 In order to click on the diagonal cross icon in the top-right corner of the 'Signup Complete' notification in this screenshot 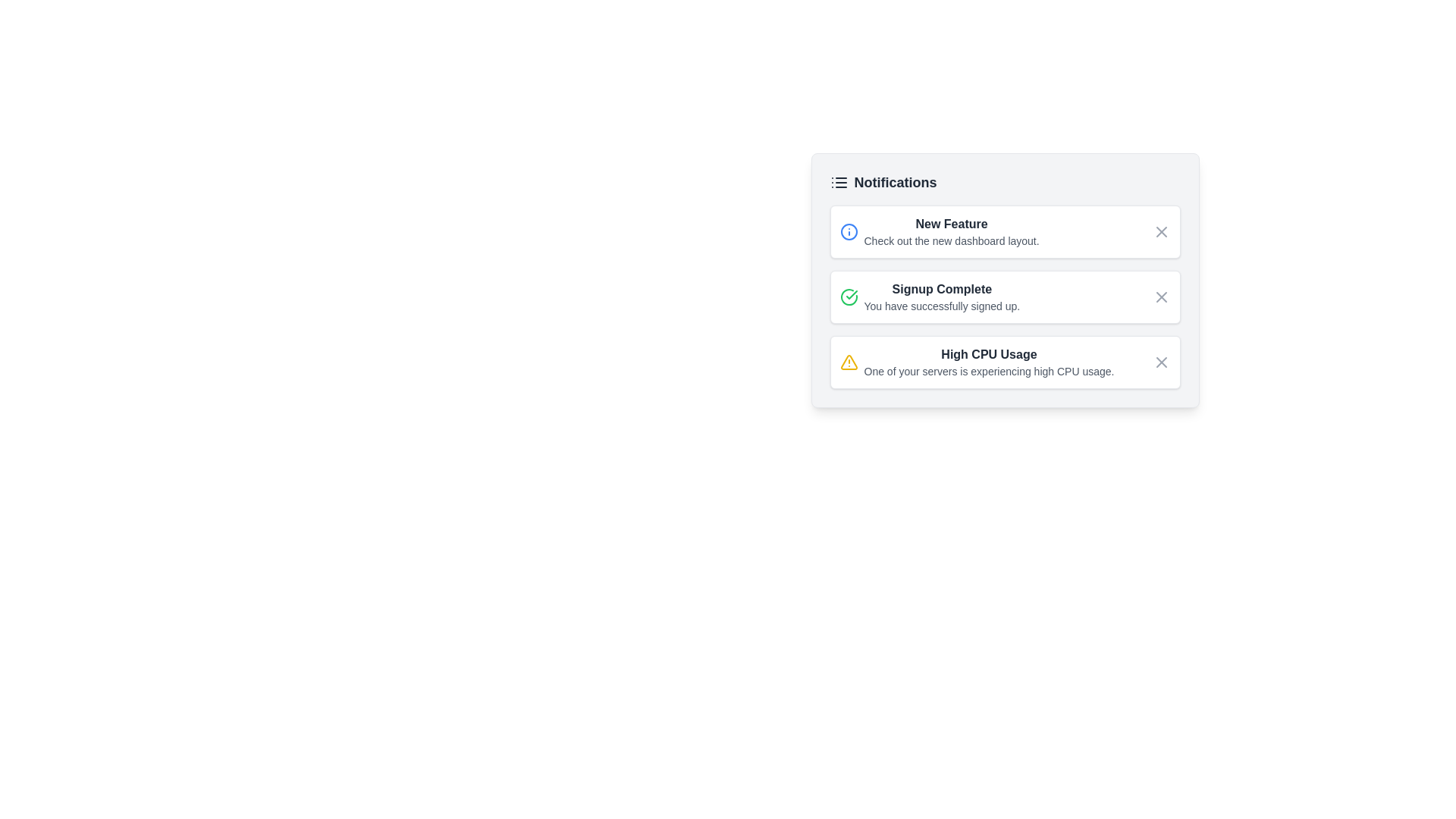, I will do `click(1160, 297)`.